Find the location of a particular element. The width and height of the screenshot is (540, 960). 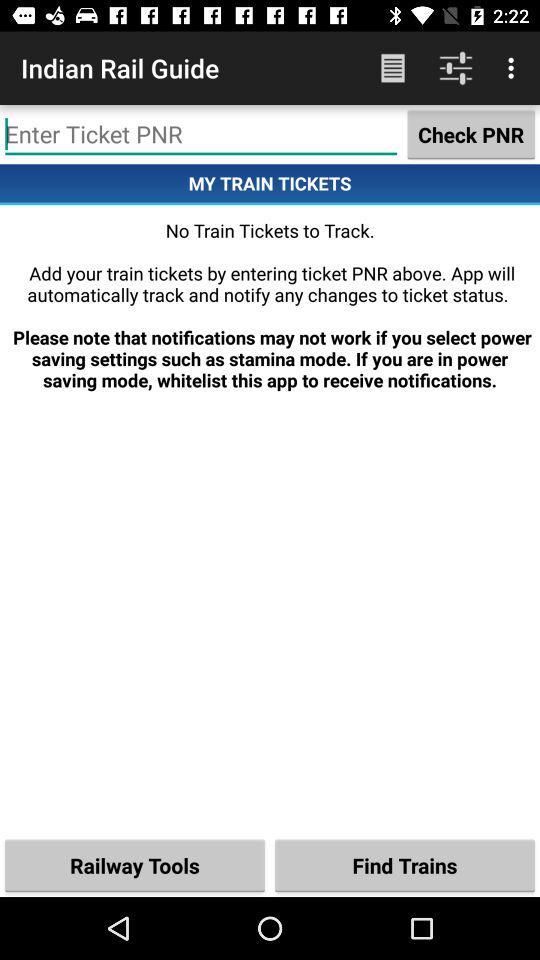

item at the bottom right corner is located at coordinates (405, 864).